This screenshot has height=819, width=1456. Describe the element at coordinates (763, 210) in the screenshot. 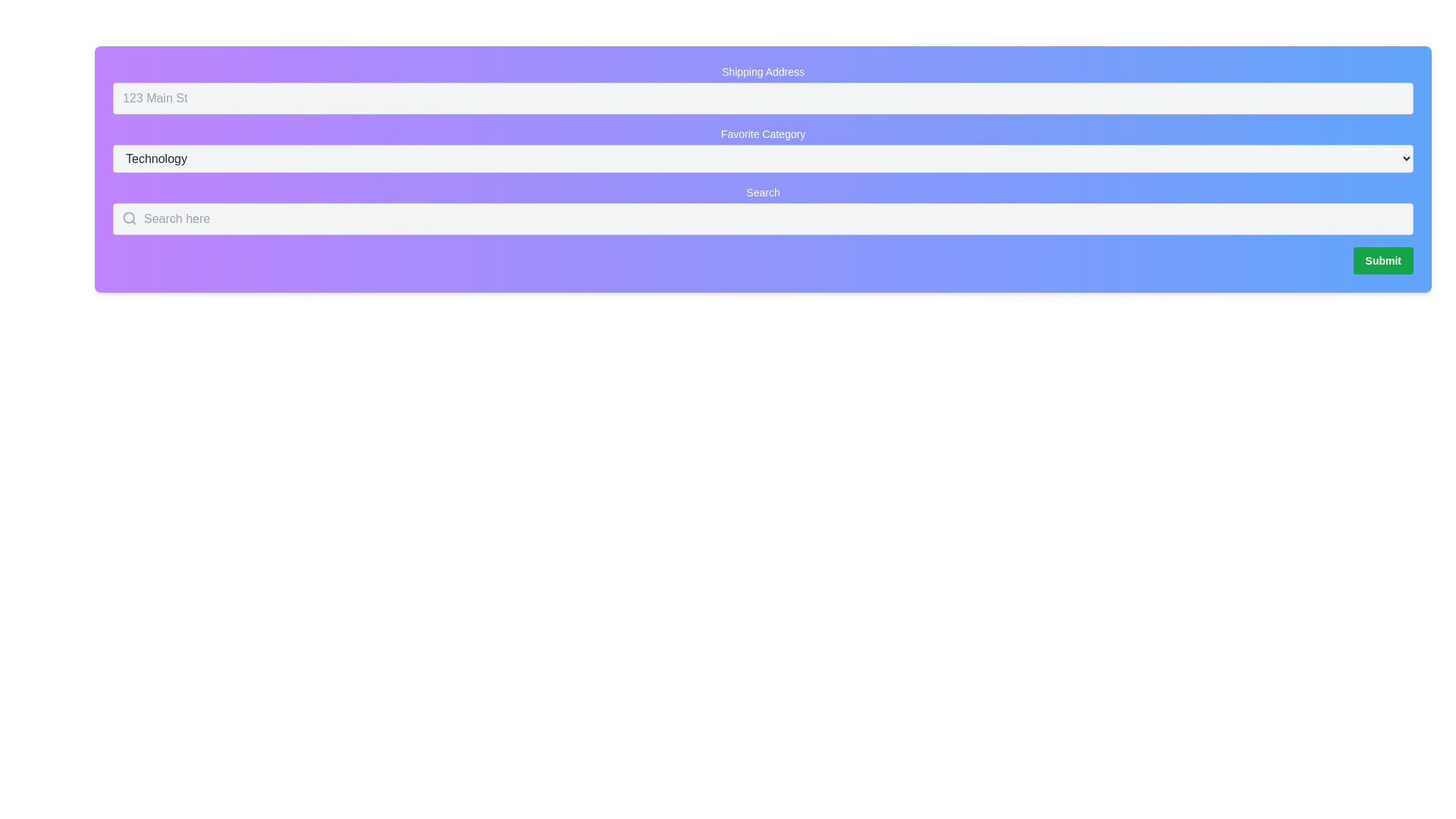

I see `the search input field located below the 'Favorite Category' dropdown and above the 'Submit' button` at that location.